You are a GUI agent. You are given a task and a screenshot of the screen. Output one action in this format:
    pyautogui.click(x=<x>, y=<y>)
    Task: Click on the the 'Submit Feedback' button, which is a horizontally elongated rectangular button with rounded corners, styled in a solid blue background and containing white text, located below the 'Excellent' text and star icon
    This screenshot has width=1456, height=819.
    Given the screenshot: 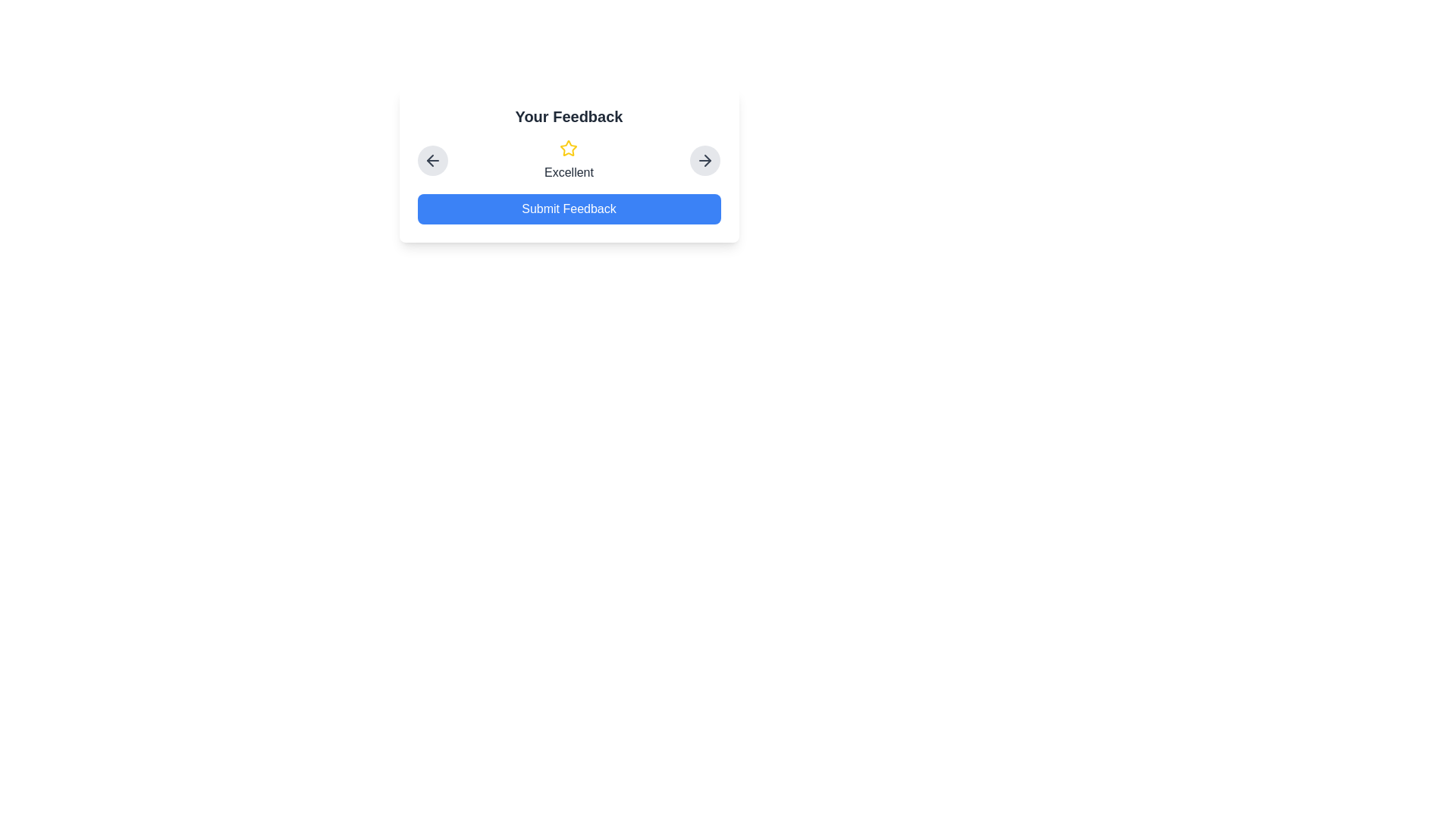 What is the action you would take?
    pyautogui.click(x=568, y=209)
    